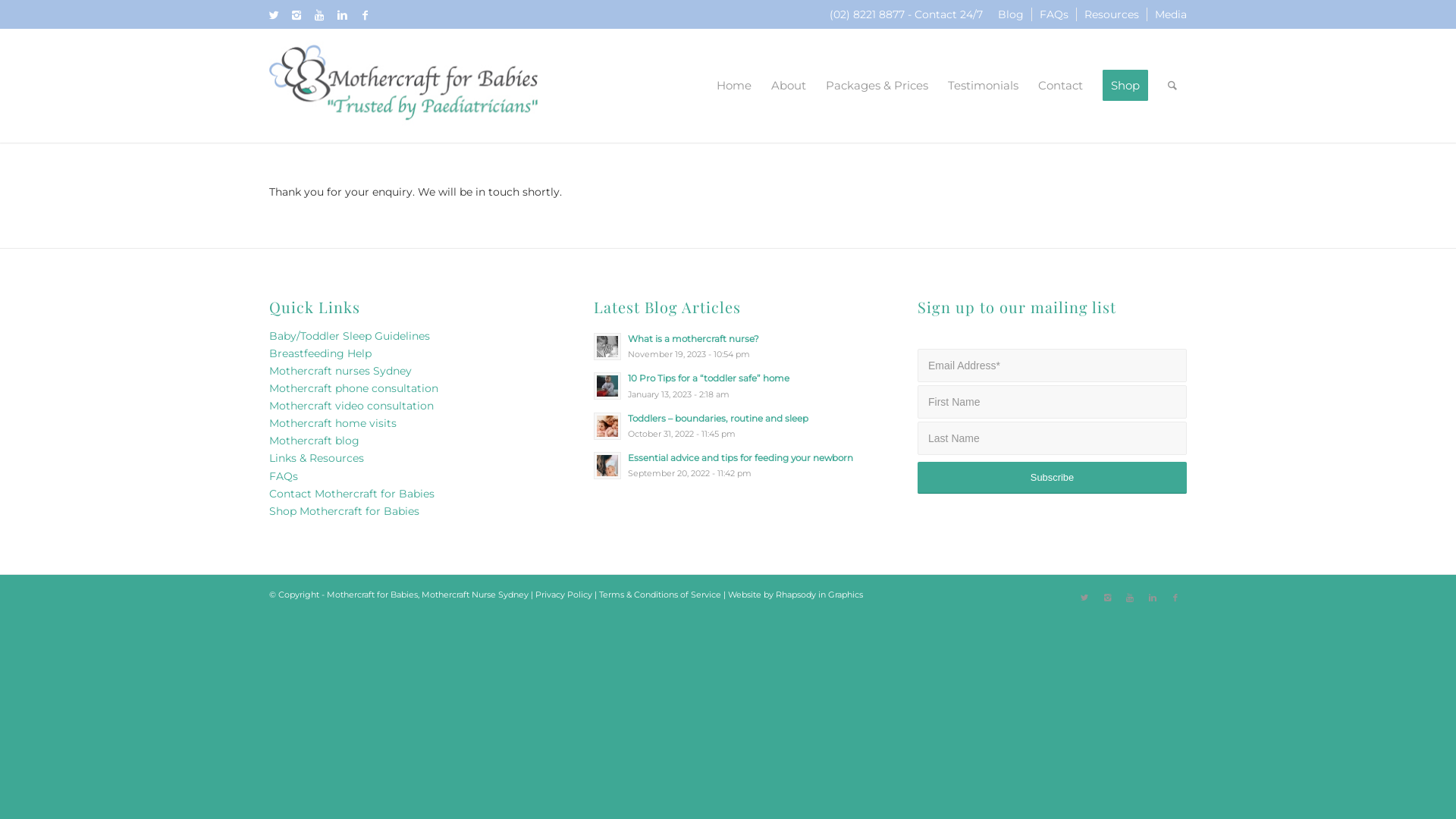  Describe the element at coordinates (1084, 596) in the screenshot. I see `'Twitter'` at that location.